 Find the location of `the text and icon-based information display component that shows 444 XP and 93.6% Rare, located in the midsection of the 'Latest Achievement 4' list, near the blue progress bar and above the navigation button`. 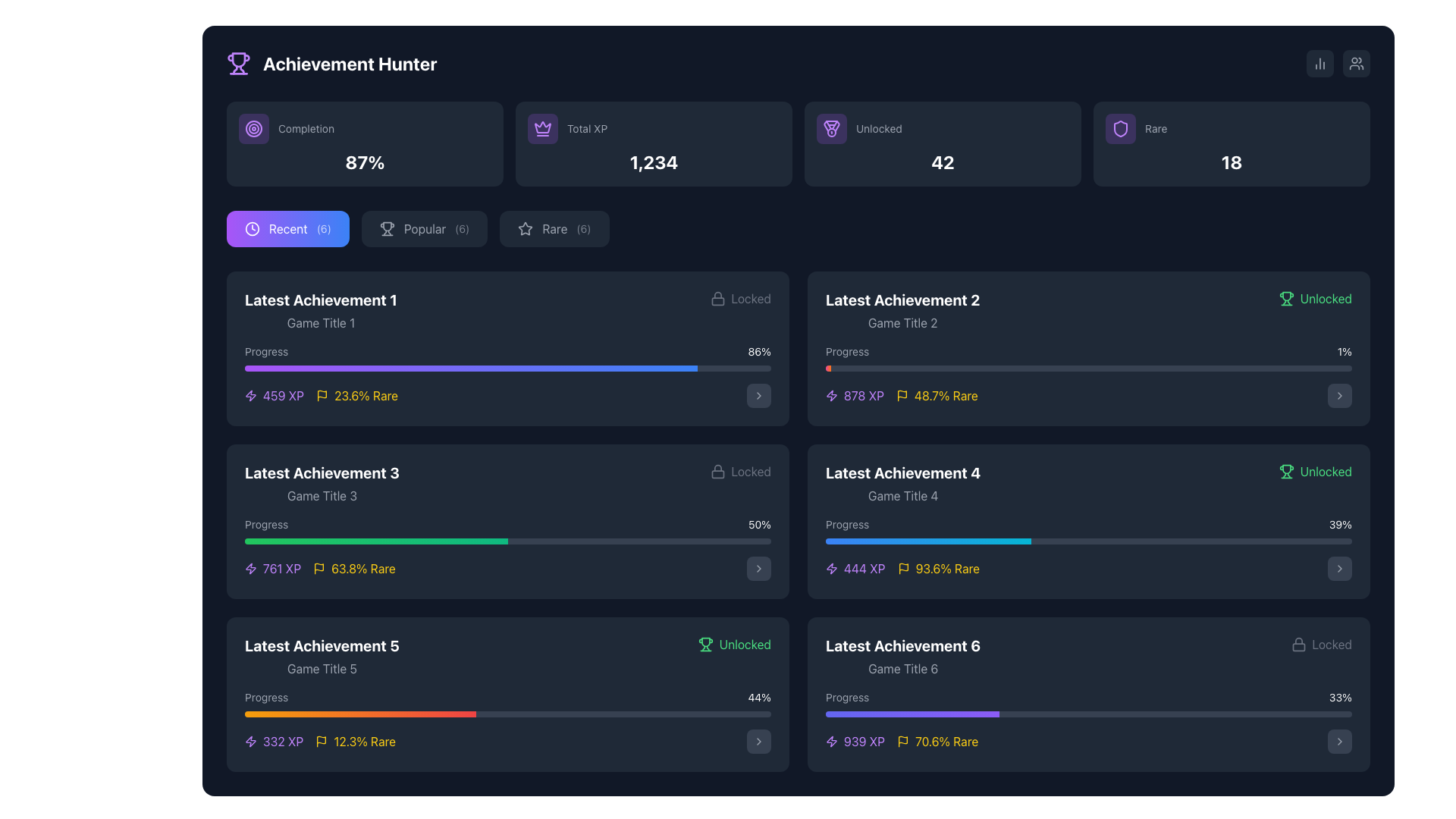

the text and icon-based information display component that shows 444 XP and 93.6% Rare, located in the midsection of the 'Latest Achievement 4' list, near the blue progress bar and above the navigation button is located at coordinates (902, 568).